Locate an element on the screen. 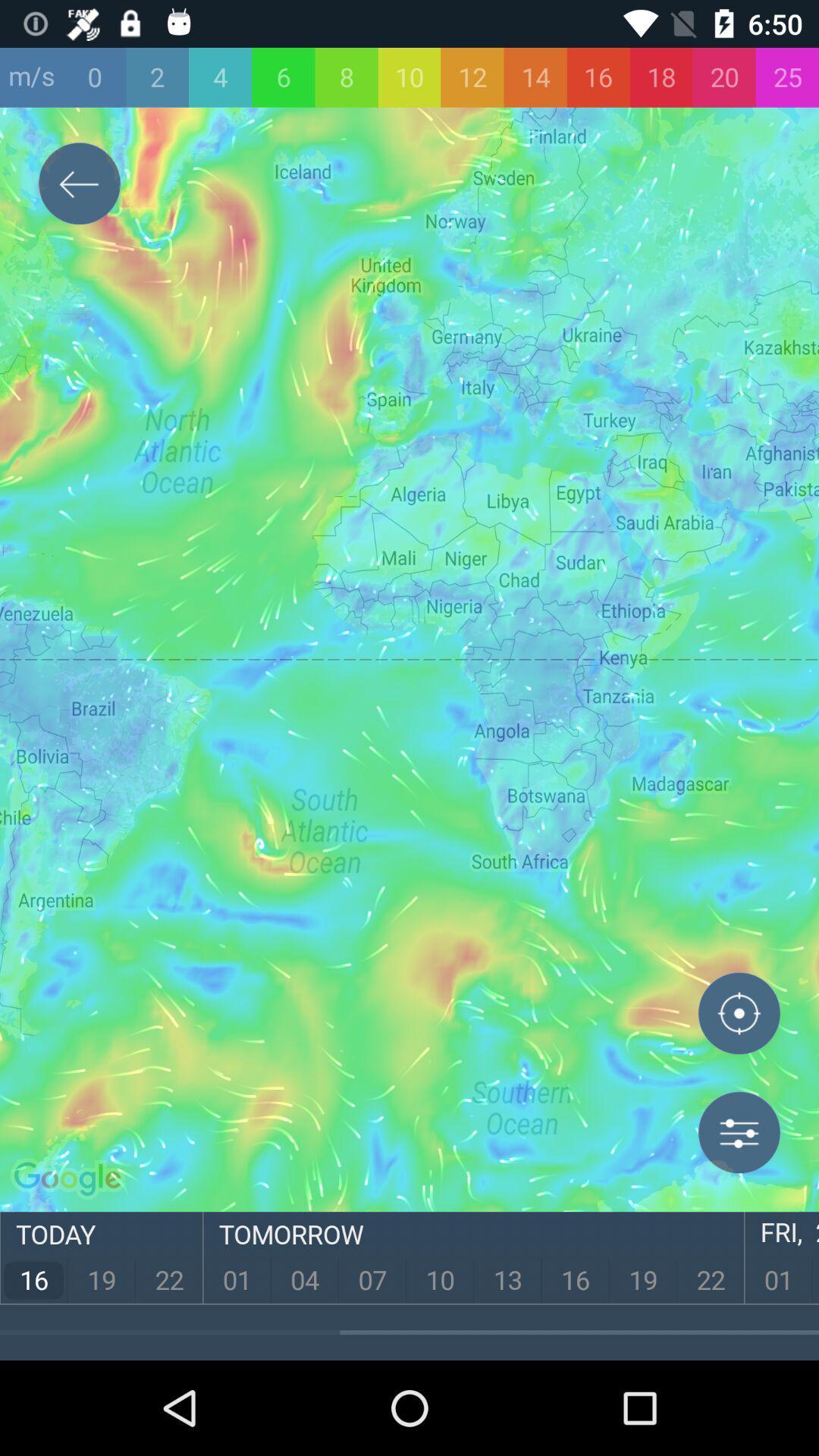  previous is located at coordinates (79, 186).